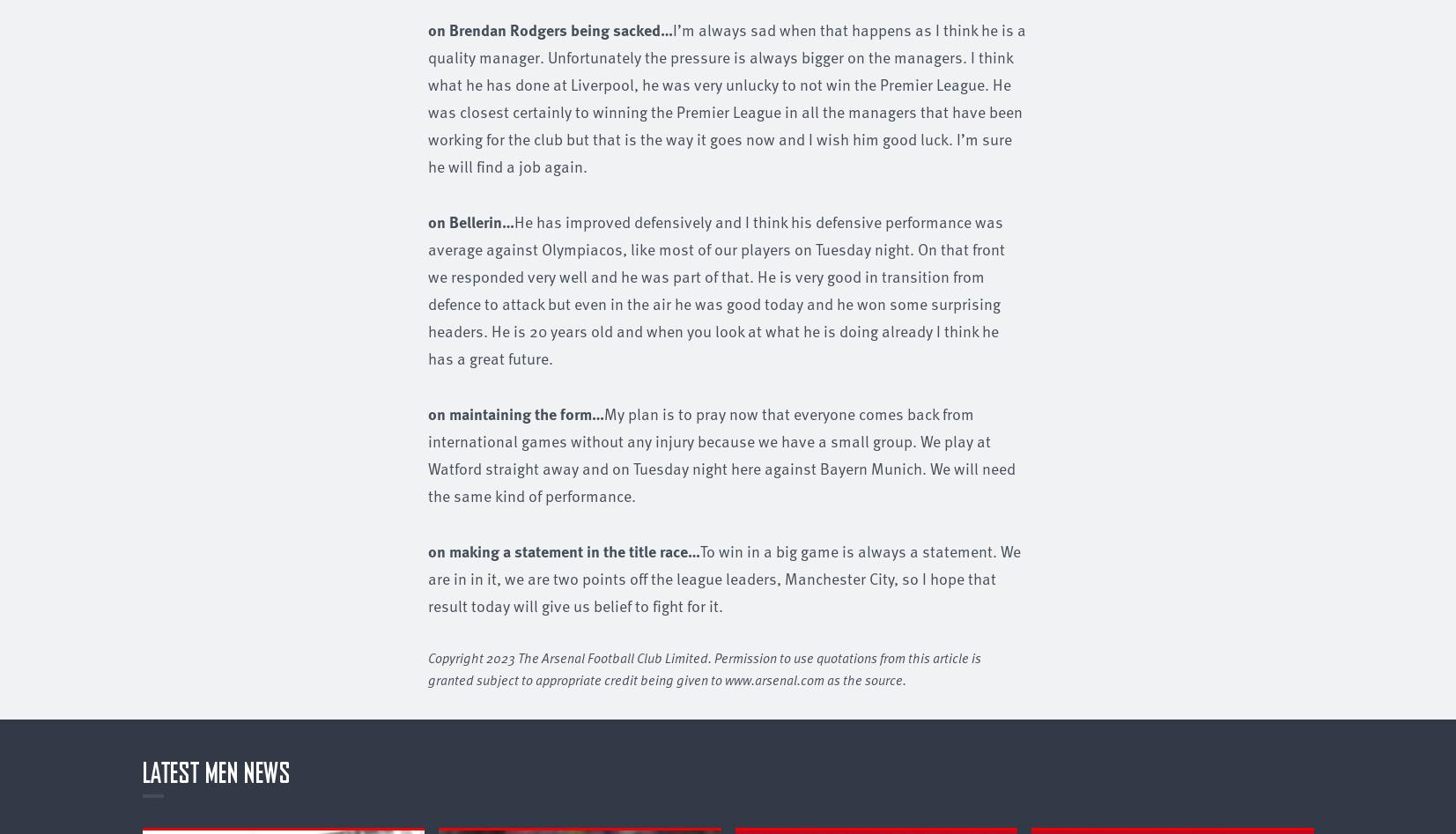  I want to click on 'on making a statement in the title race…', so click(563, 550).